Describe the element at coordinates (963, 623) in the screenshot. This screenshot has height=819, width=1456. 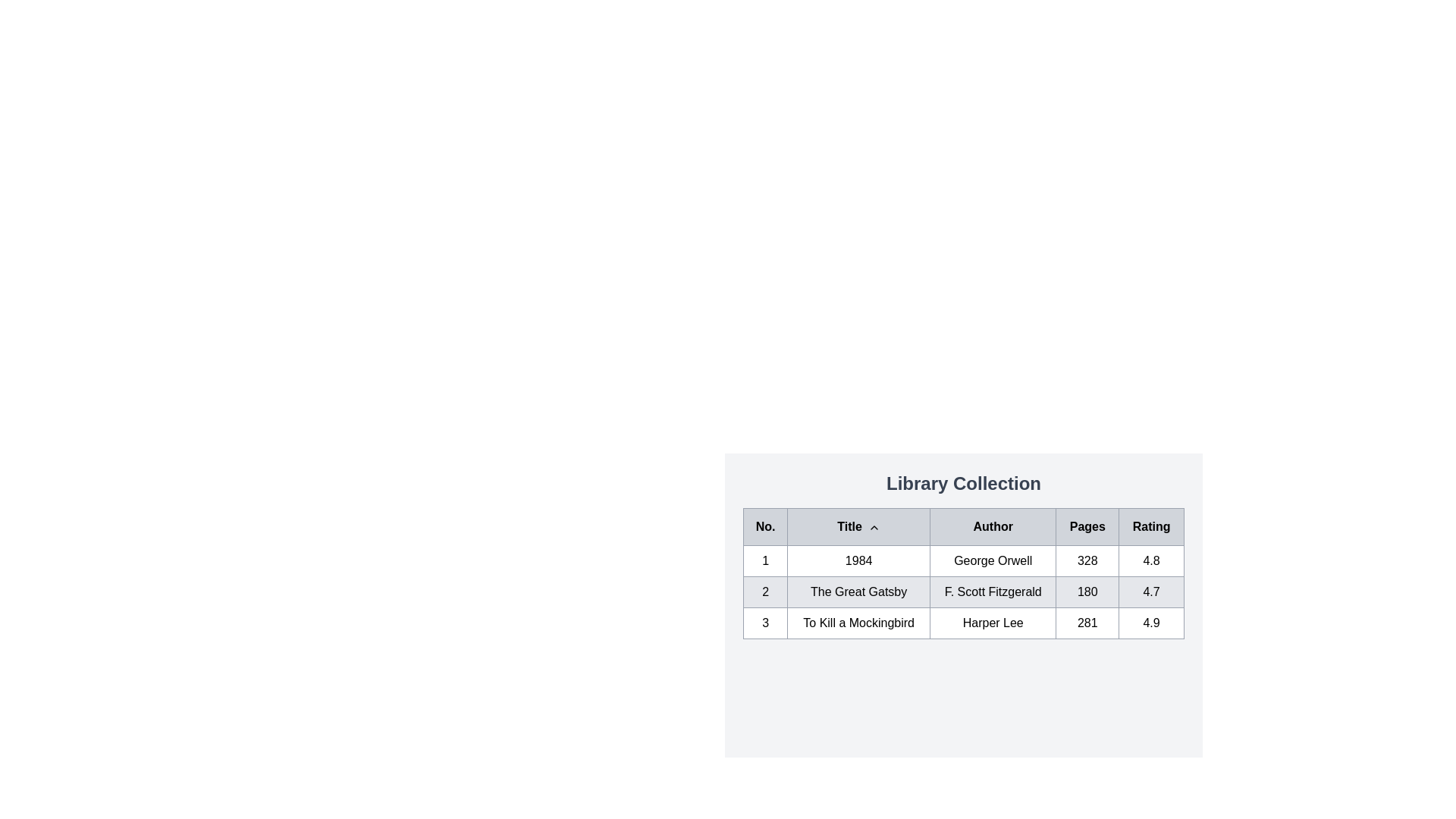
I see `information displayed in the table row for 'To Kill a Mockingbird' by Harper Lee, which includes its details of 281 pages and a rating of 4.9` at that location.